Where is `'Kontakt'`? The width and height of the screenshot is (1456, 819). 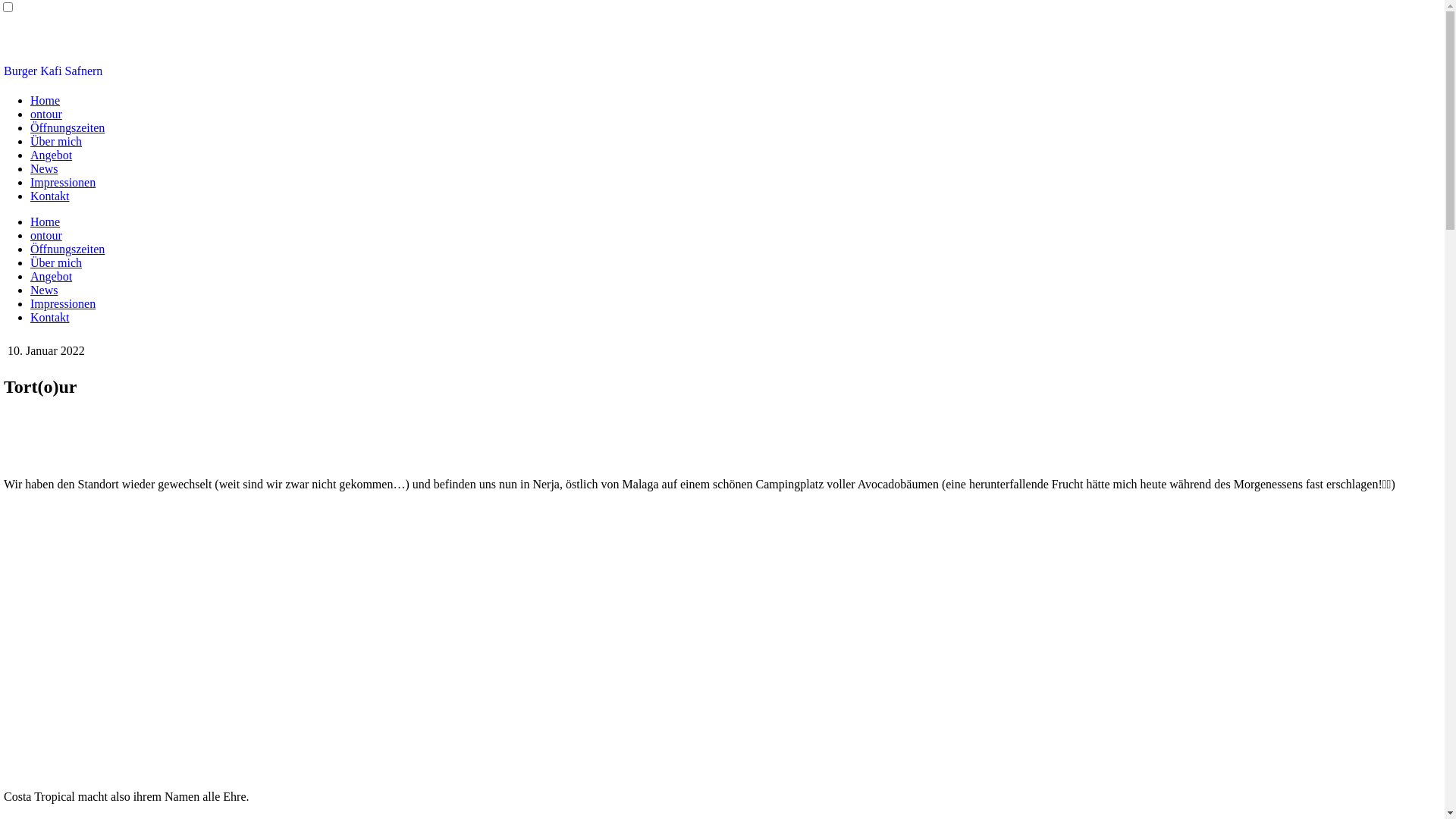
'Kontakt' is located at coordinates (50, 316).